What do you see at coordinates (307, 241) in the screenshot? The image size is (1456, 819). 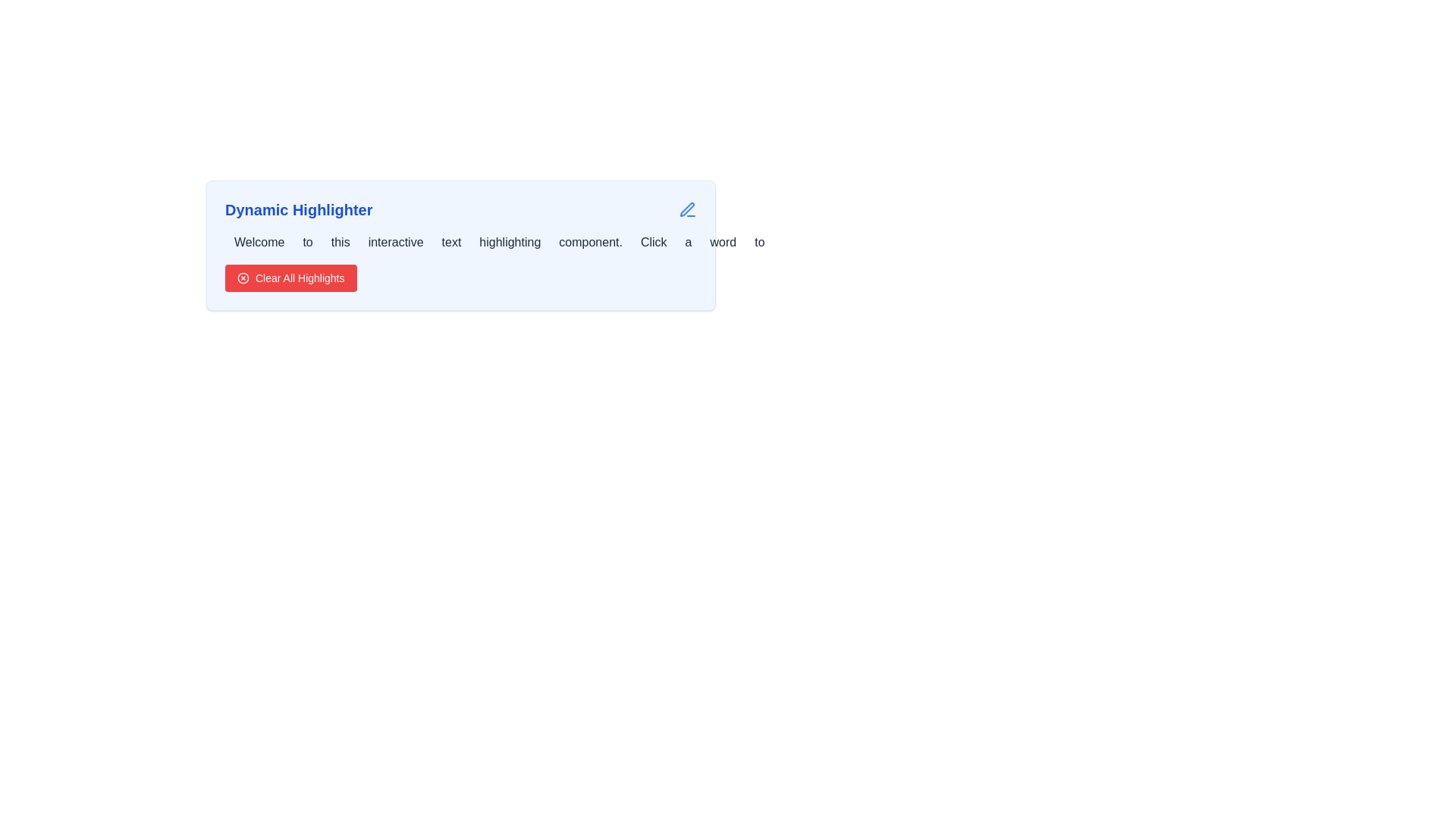 I see `the text span or label displaying the word 'to', which is center-aligned in a standard sans-serif font and appears between 'Welcome' and 'this'` at bounding box center [307, 241].